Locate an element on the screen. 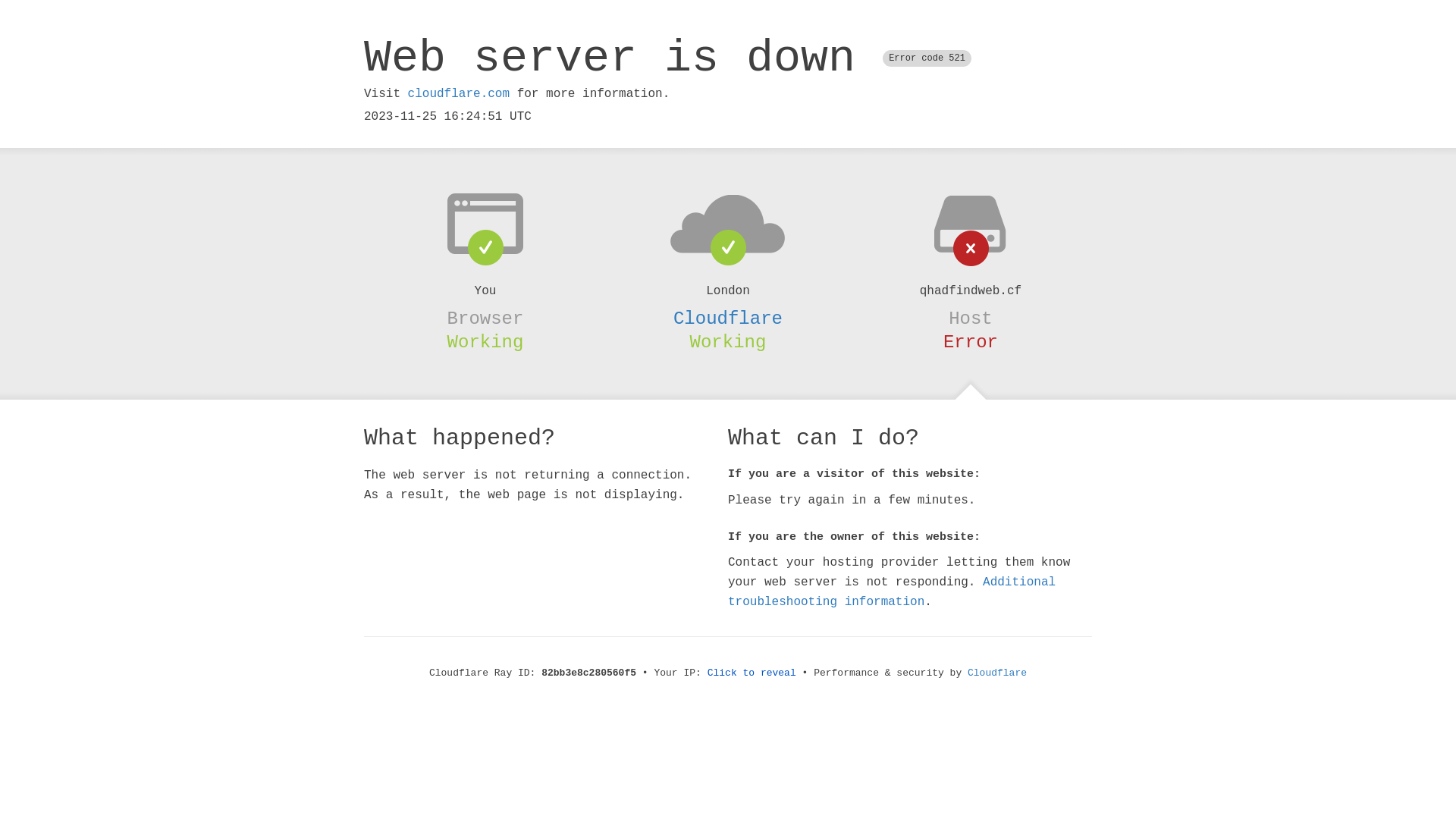 Image resolution: width=1456 pixels, height=819 pixels. 'cloudflare.com' is located at coordinates (457, 93).